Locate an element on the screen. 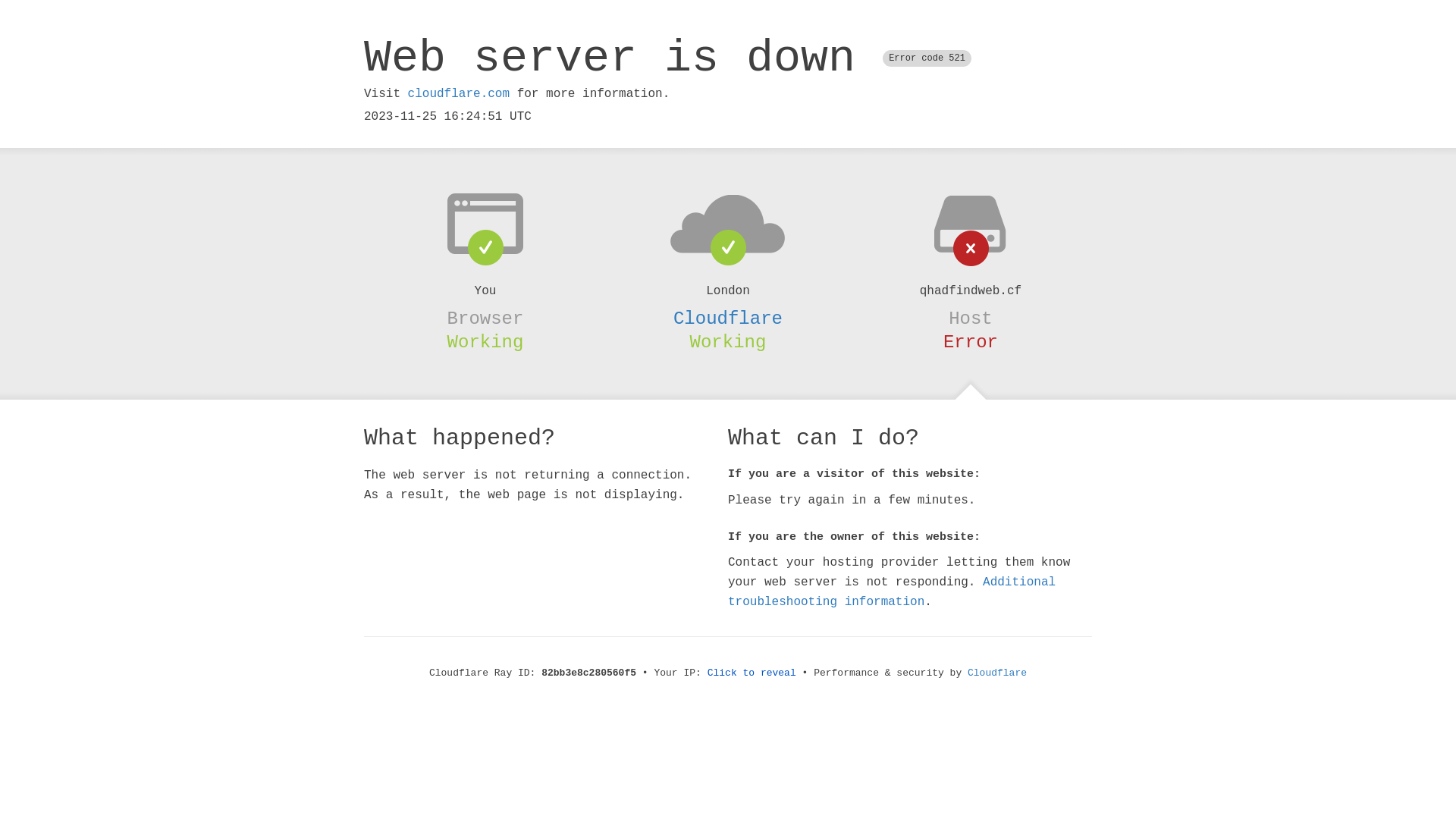 Image resolution: width=1456 pixels, height=819 pixels. 'cloudflare.com' is located at coordinates (457, 93).